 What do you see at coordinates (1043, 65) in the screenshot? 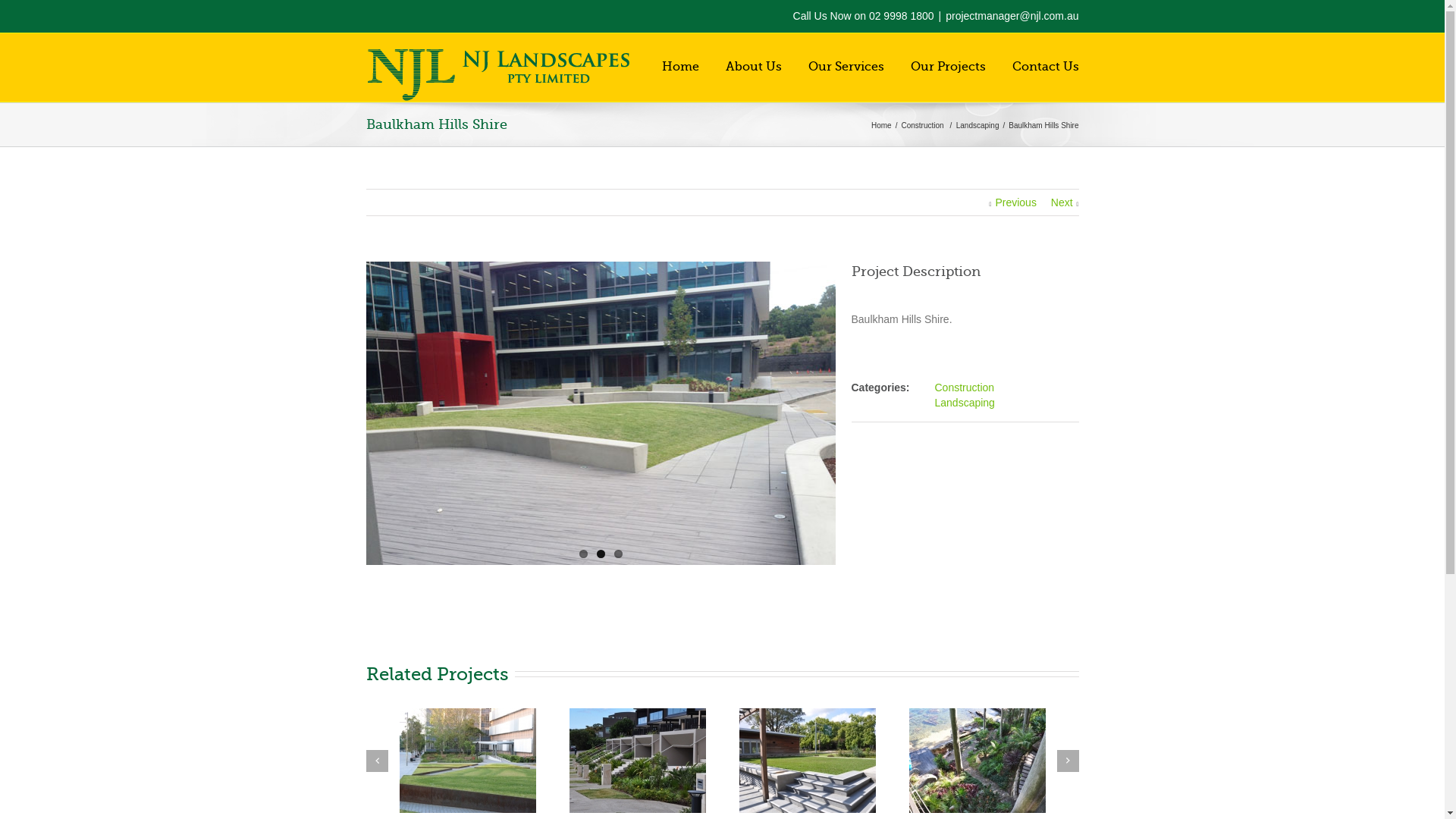
I see `'Contact Us'` at bounding box center [1043, 65].